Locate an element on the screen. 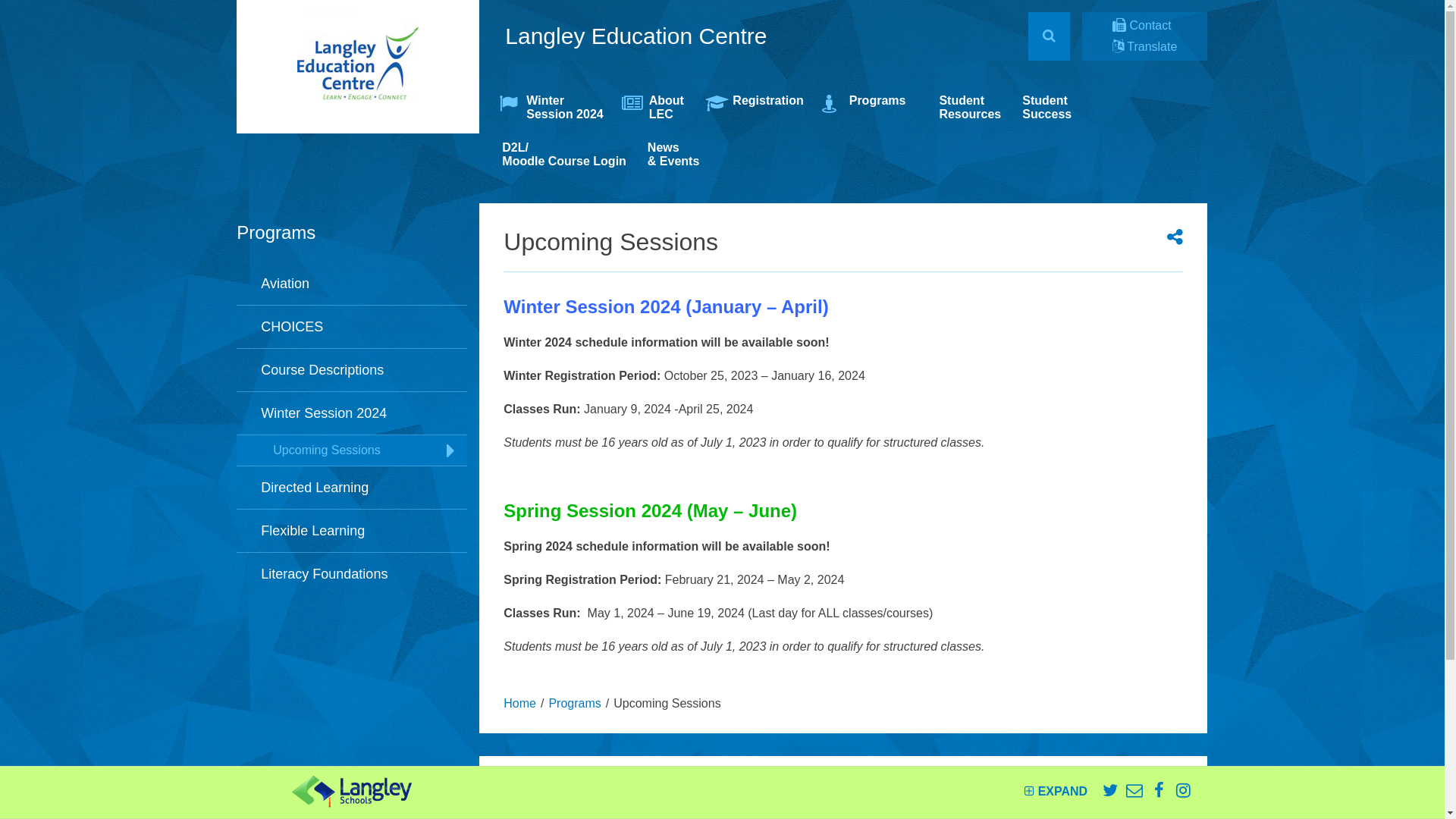 The image size is (1456, 819). 'About is located at coordinates (656, 107).